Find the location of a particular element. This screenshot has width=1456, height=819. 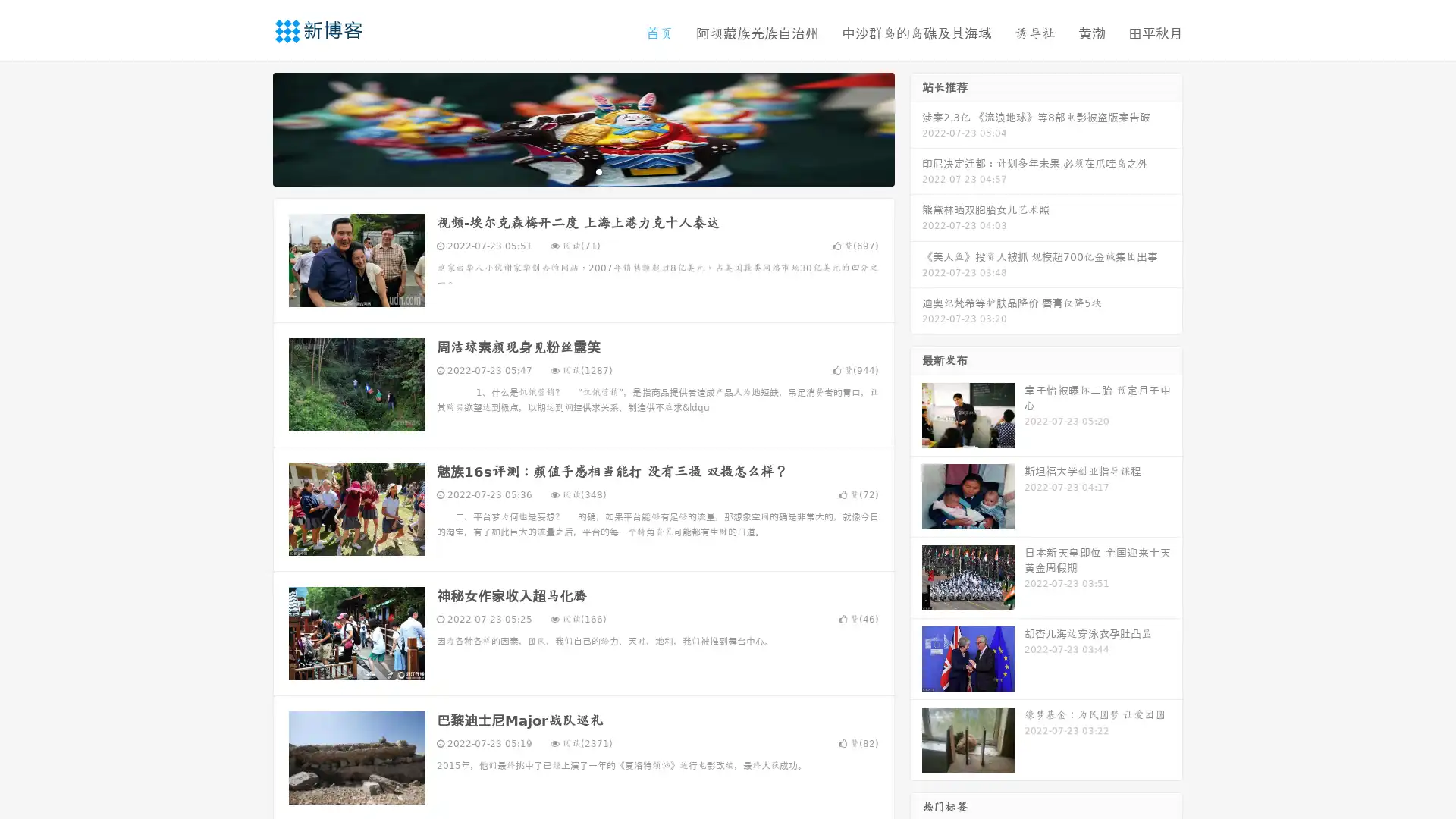

Go to slide 1 is located at coordinates (567, 171).